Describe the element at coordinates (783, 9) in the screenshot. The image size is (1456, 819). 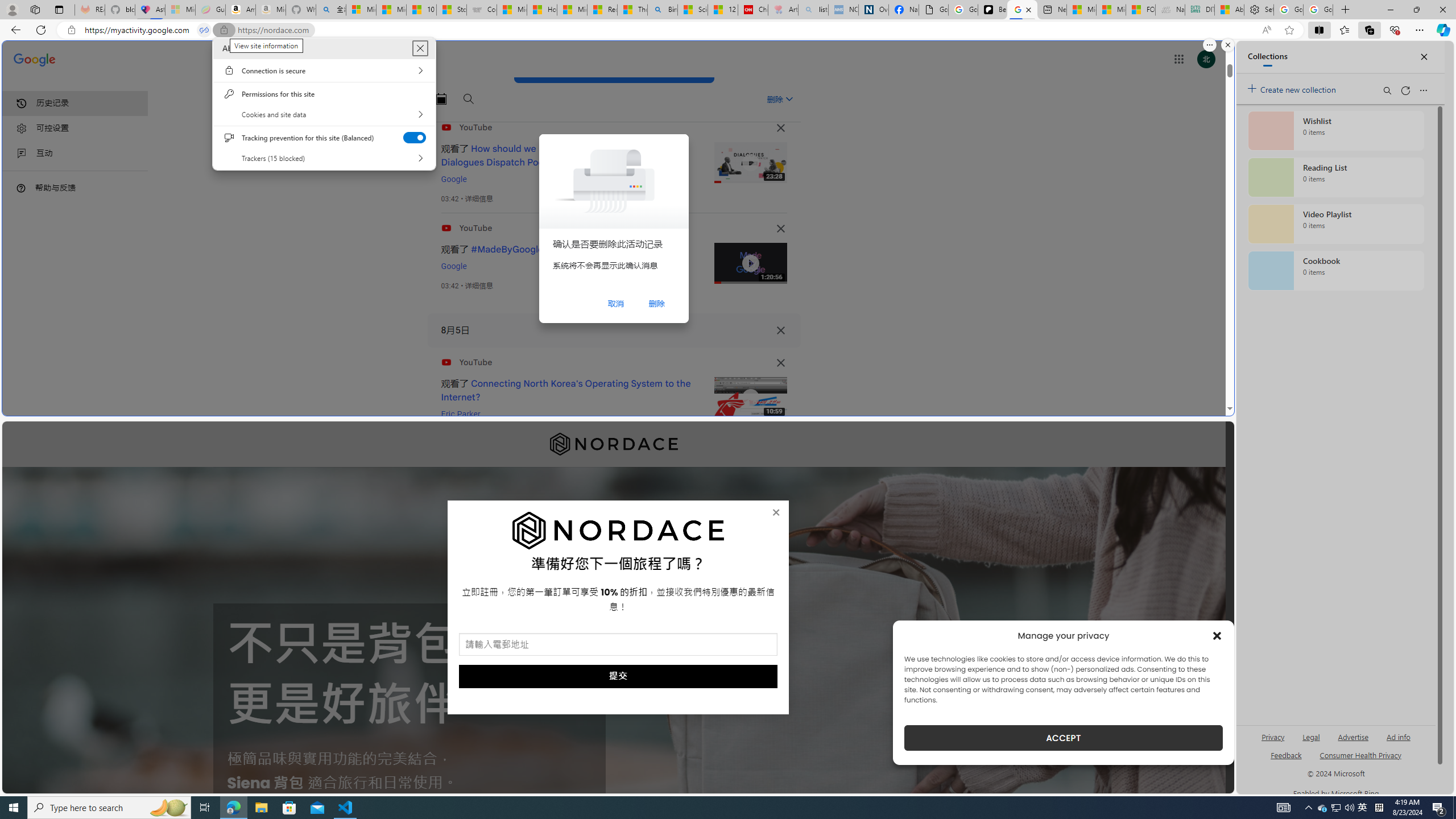
I see `'Arthritis: Ask Health Professionals - Sleeping'` at that location.